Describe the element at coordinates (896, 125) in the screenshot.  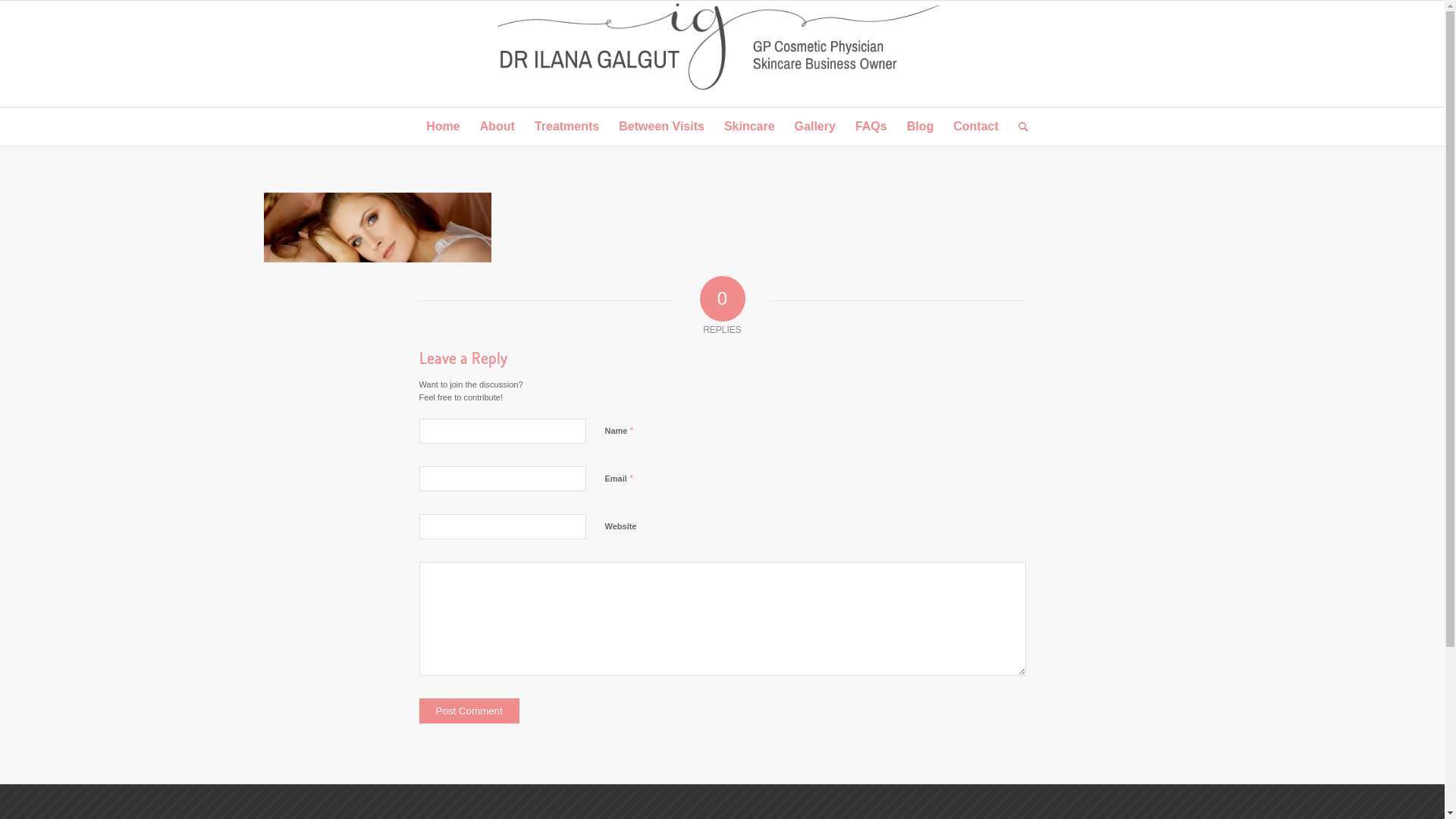
I see `'Blog'` at that location.